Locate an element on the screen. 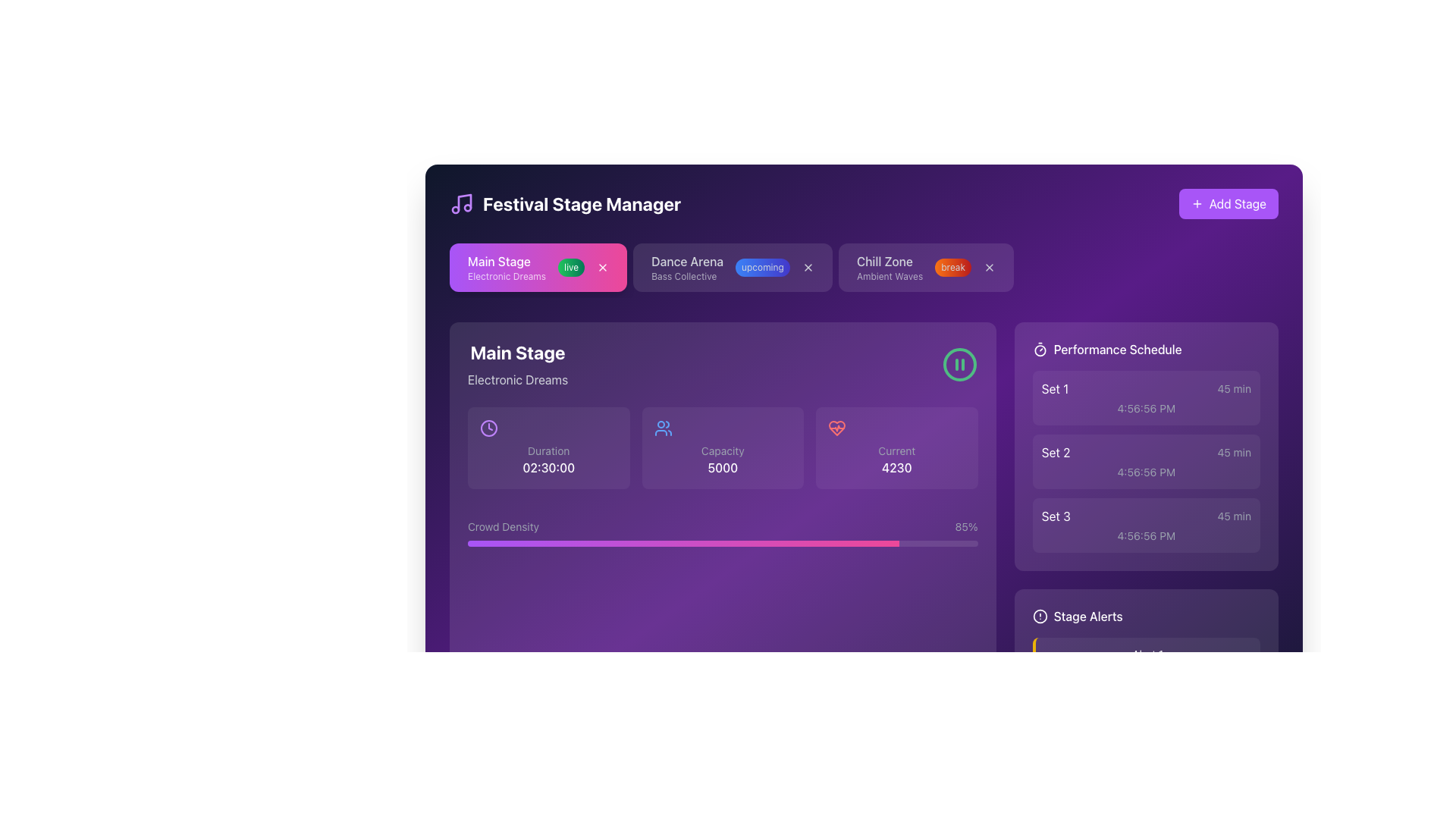 The height and width of the screenshot is (819, 1456). the 'Chill Zone' stage tab, which is the third tab from the left in the row of stage tabs is located at coordinates (890, 267).